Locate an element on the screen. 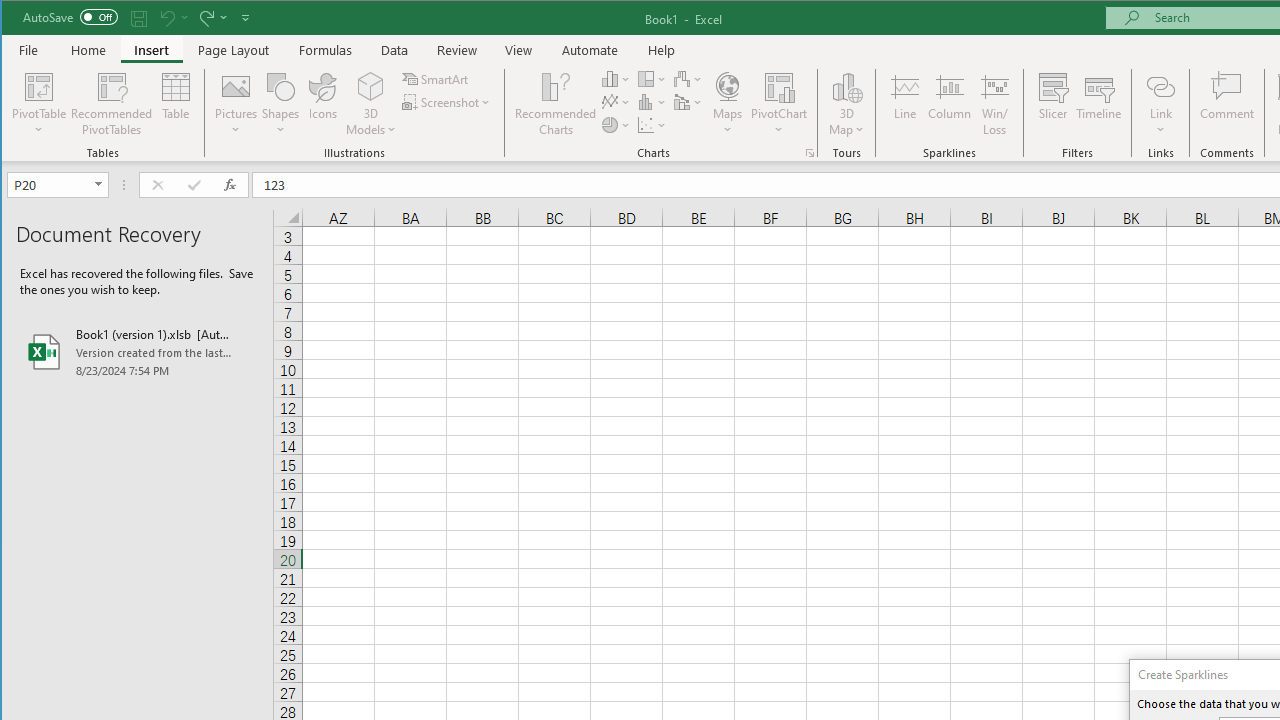  'Recommended Charts' is located at coordinates (810, 152).